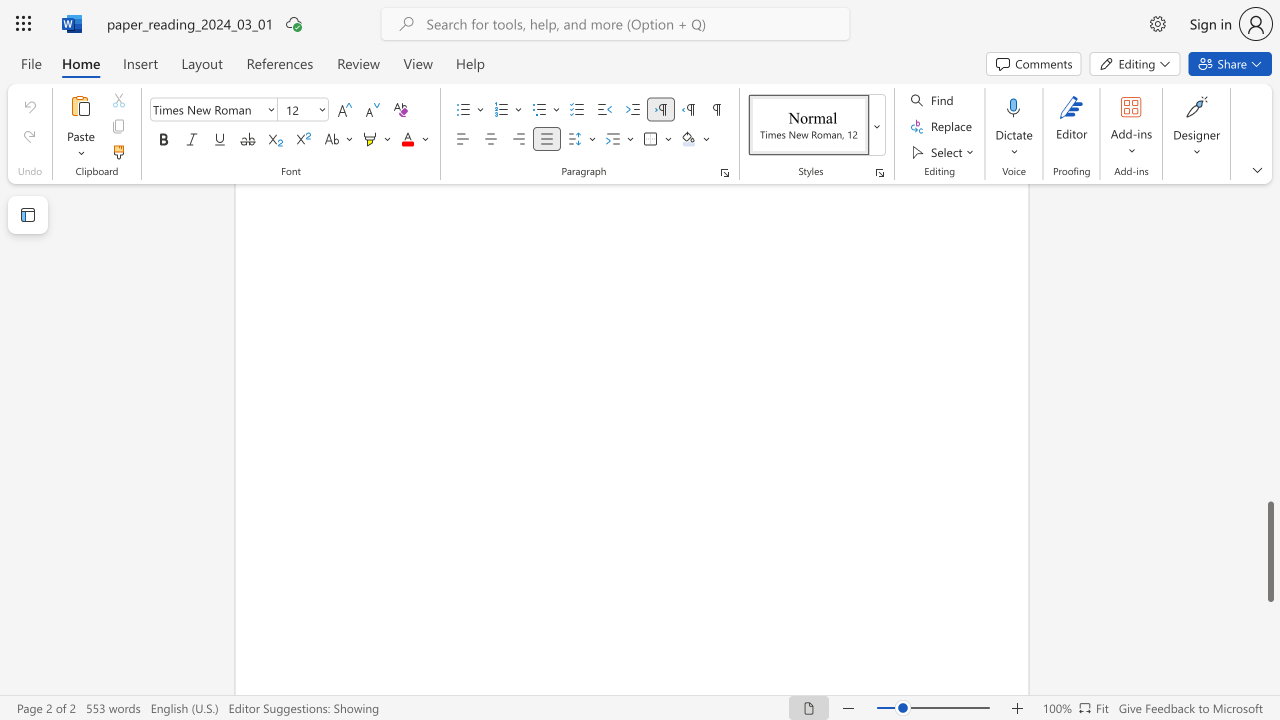  What do you see at coordinates (1269, 318) in the screenshot?
I see `the scrollbar to scroll upward` at bounding box center [1269, 318].